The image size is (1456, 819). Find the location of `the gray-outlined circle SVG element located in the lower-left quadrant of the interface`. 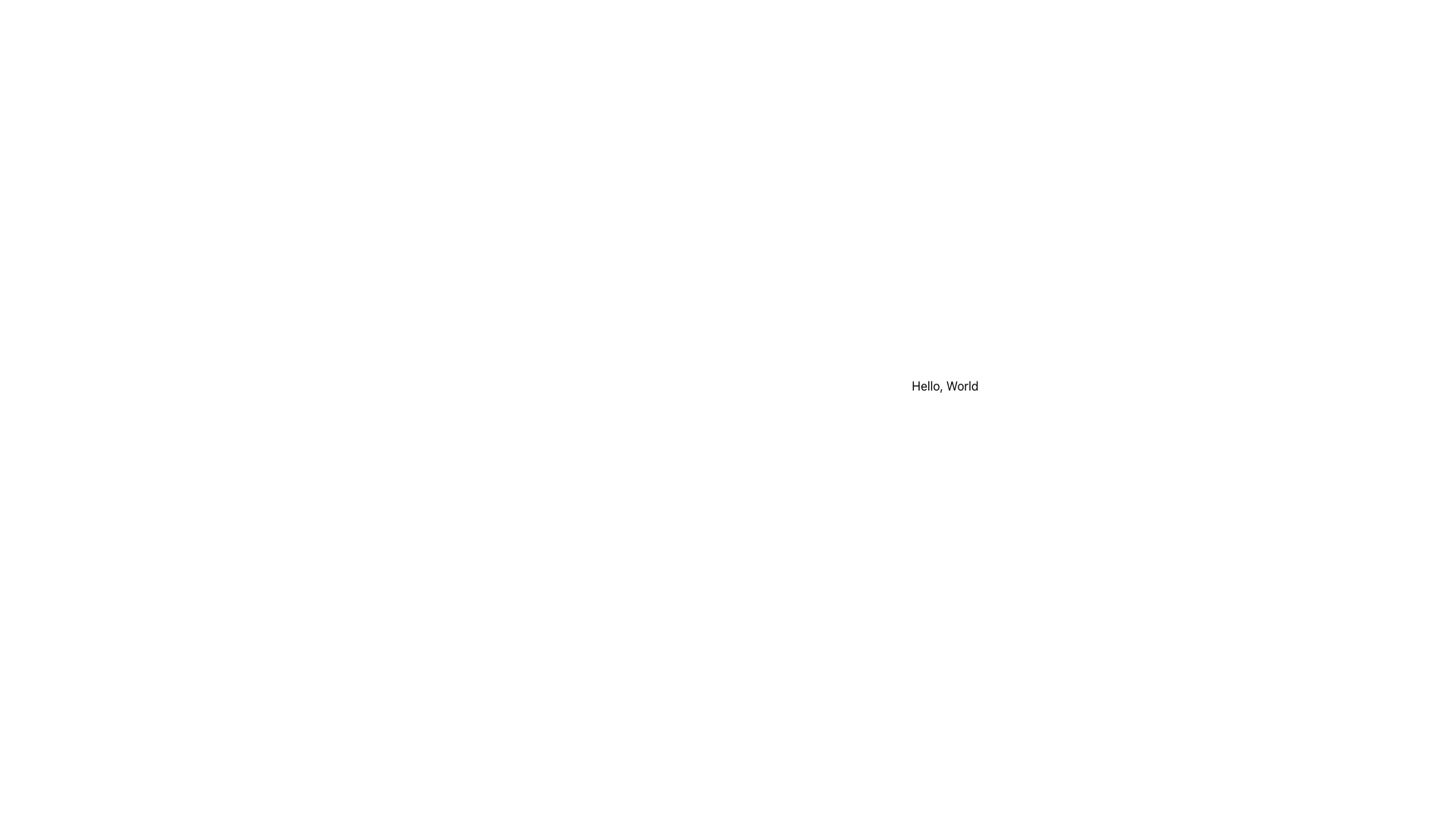

the gray-outlined circle SVG element located in the lower-left quadrant of the interface is located at coordinates (626, 560).